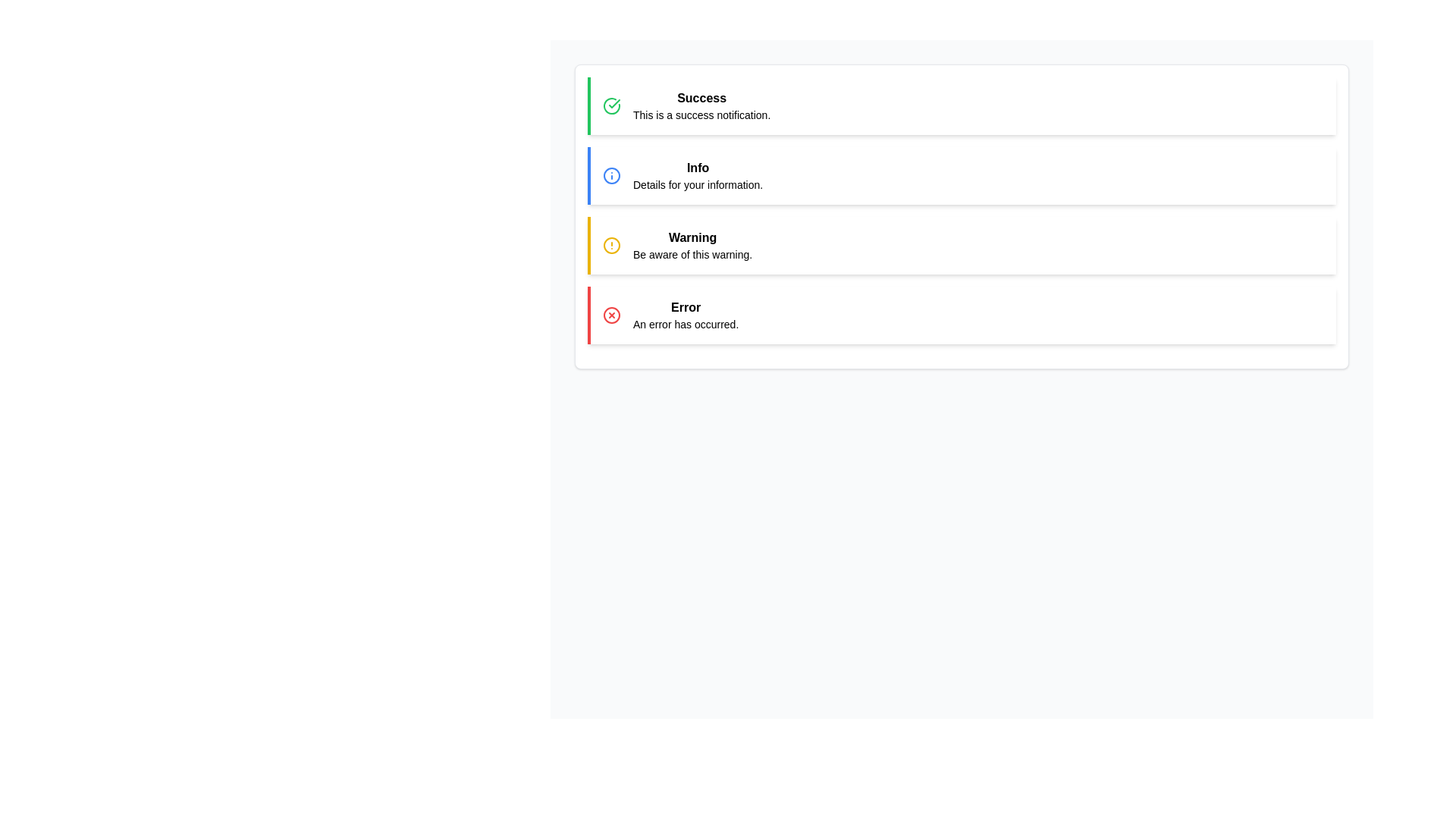 Image resolution: width=1456 pixels, height=819 pixels. I want to click on the text label indicating a successful operation, located at the top-left corner of the notification card, so click(701, 99).